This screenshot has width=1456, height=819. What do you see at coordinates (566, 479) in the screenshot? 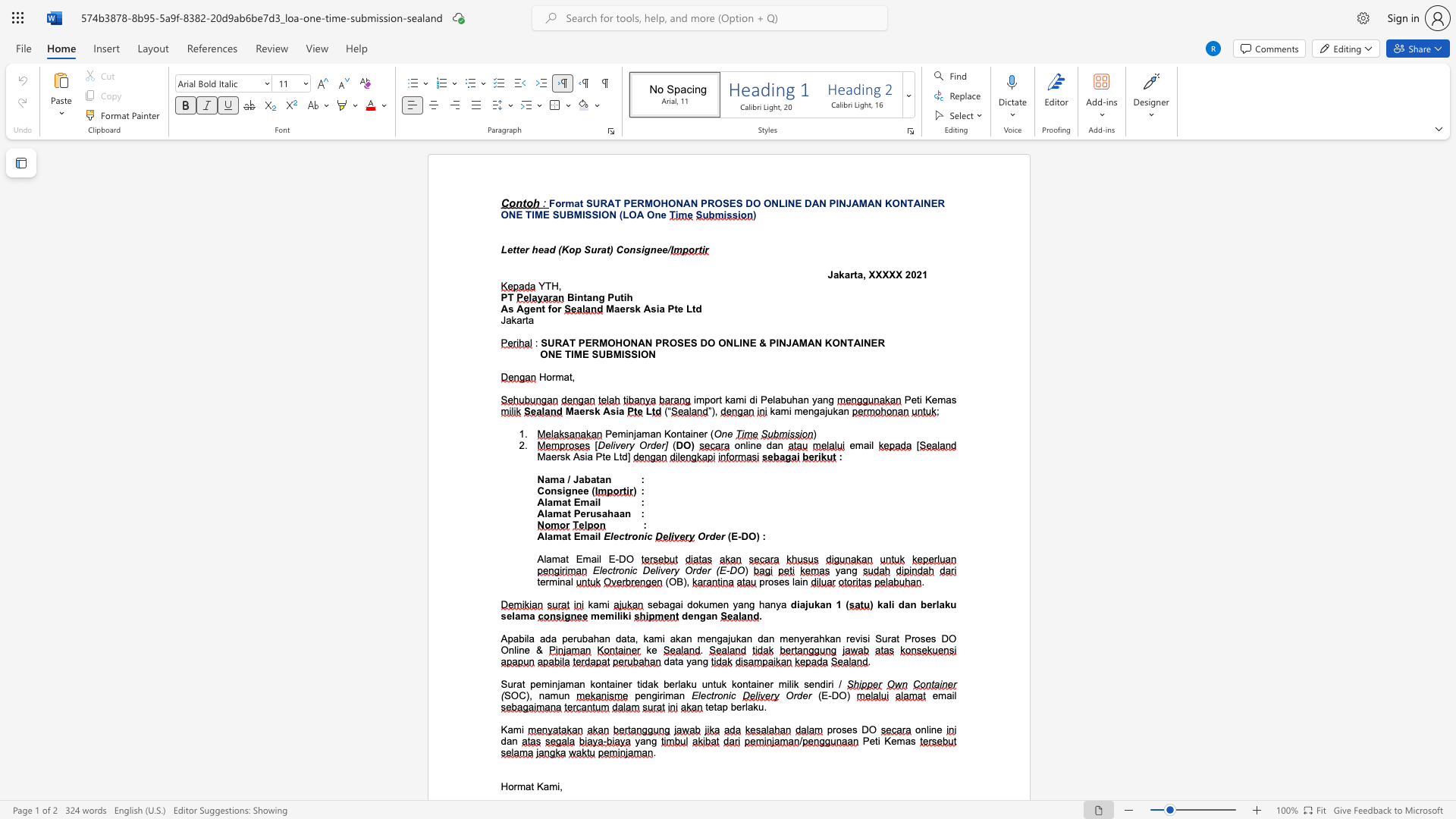
I see `the subset text "/ Jabatan" within the text "Nama / Jabatan"` at bounding box center [566, 479].